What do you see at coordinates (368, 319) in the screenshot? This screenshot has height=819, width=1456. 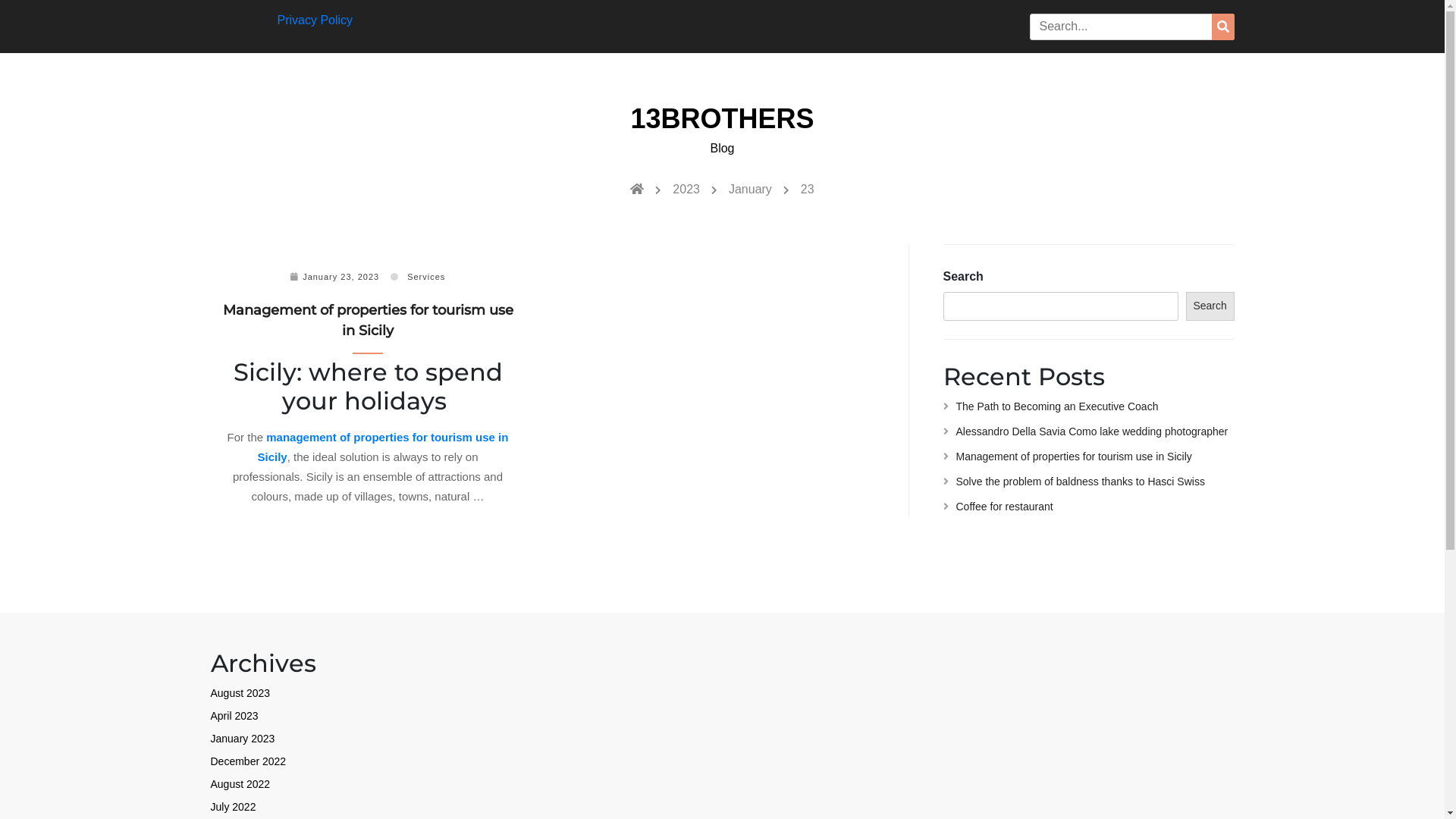 I see `'Management of properties for tourism use in Sicily'` at bounding box center [368, 319].